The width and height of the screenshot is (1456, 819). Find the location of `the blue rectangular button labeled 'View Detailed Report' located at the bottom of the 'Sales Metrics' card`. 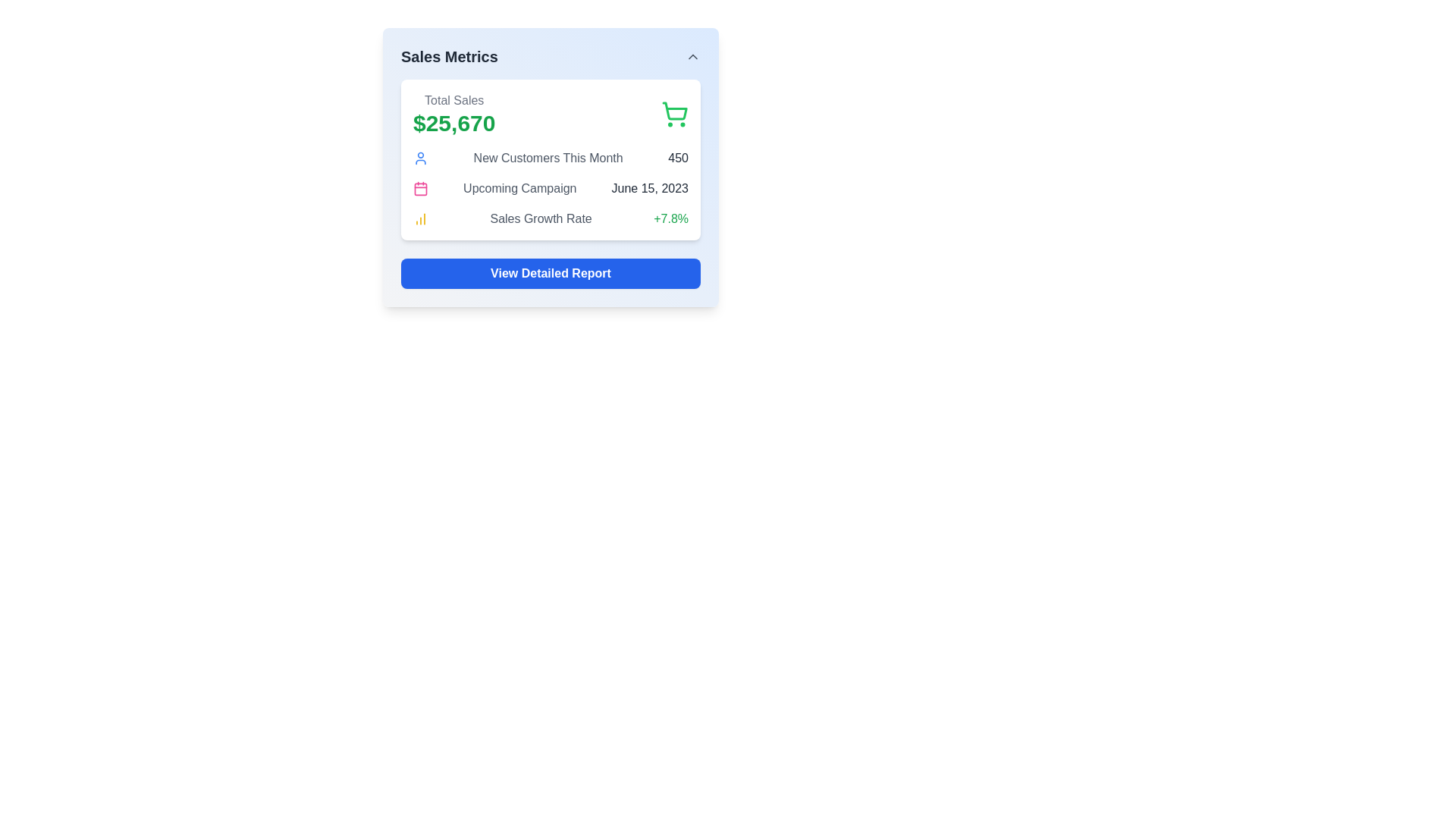

the blue rectangular button labeled 'View Detailed Report' located at the bottom of the 'Sales Metrics' card is located at coordinates (550, 274).